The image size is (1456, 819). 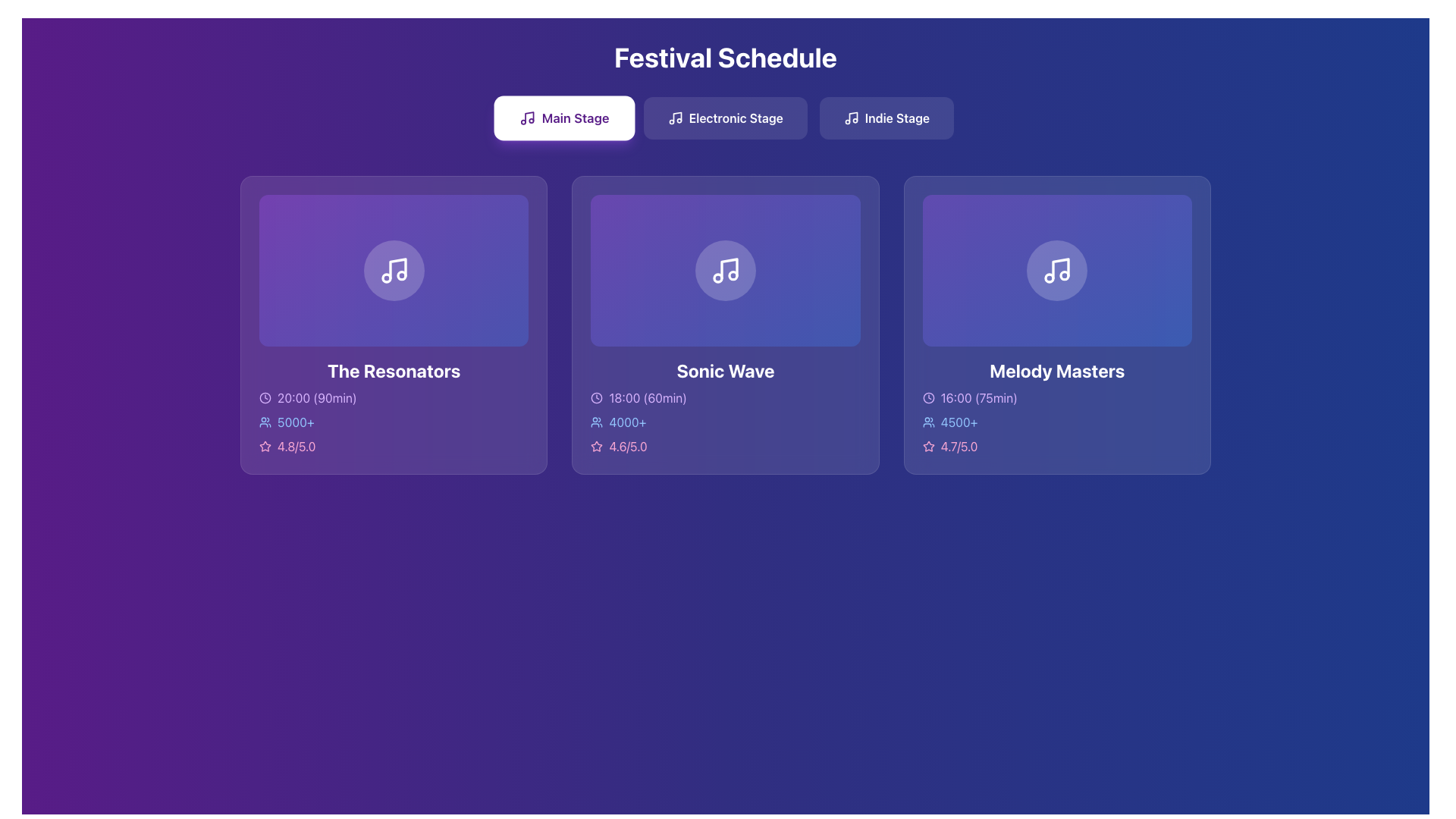 What do you see at coordinates (1056, 268) in the screenshot?
I see `the 'Melody Masters' event card` at bounding box center [1056, 268].